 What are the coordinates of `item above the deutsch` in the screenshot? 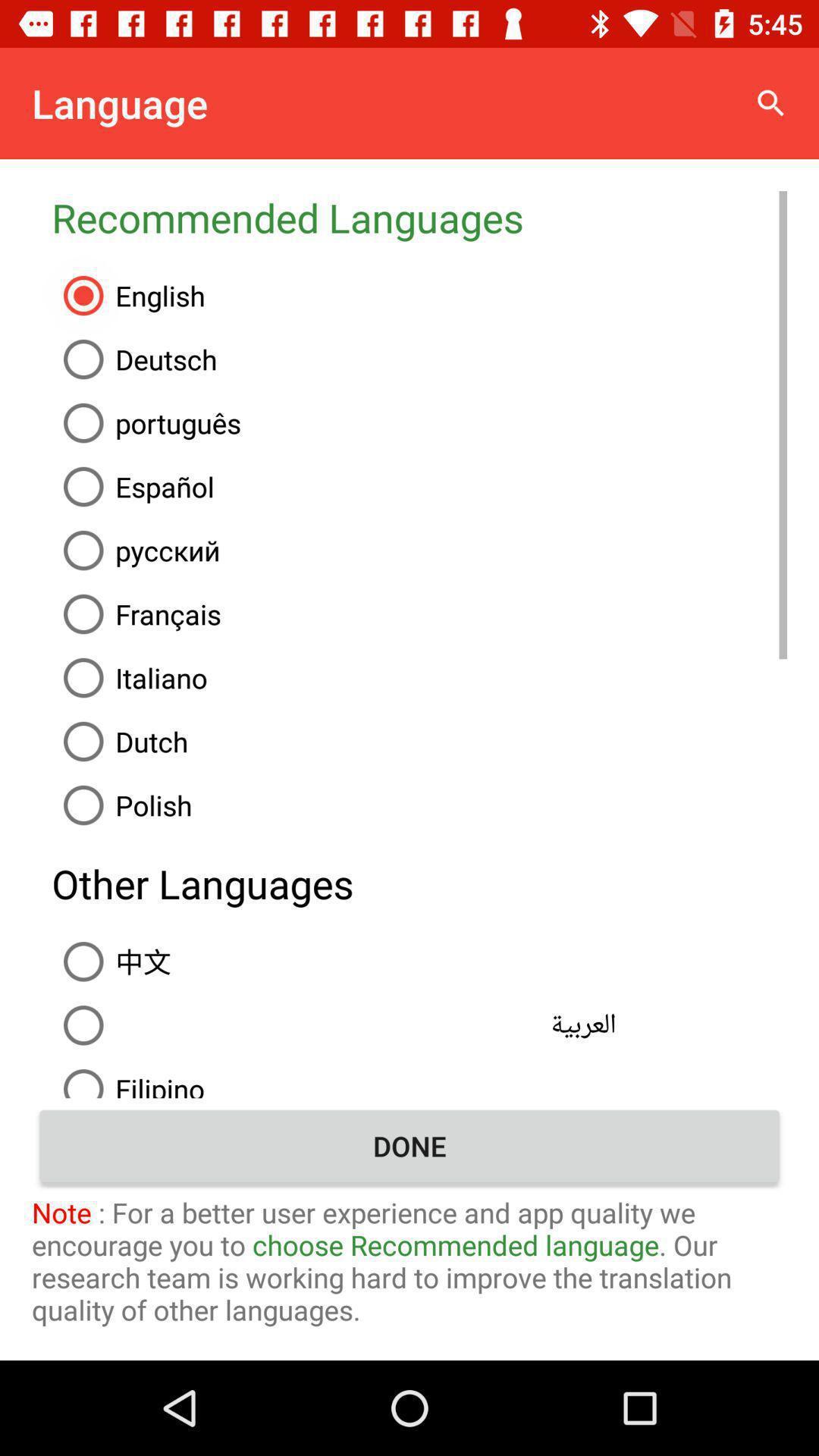 It's located at (419, 295).